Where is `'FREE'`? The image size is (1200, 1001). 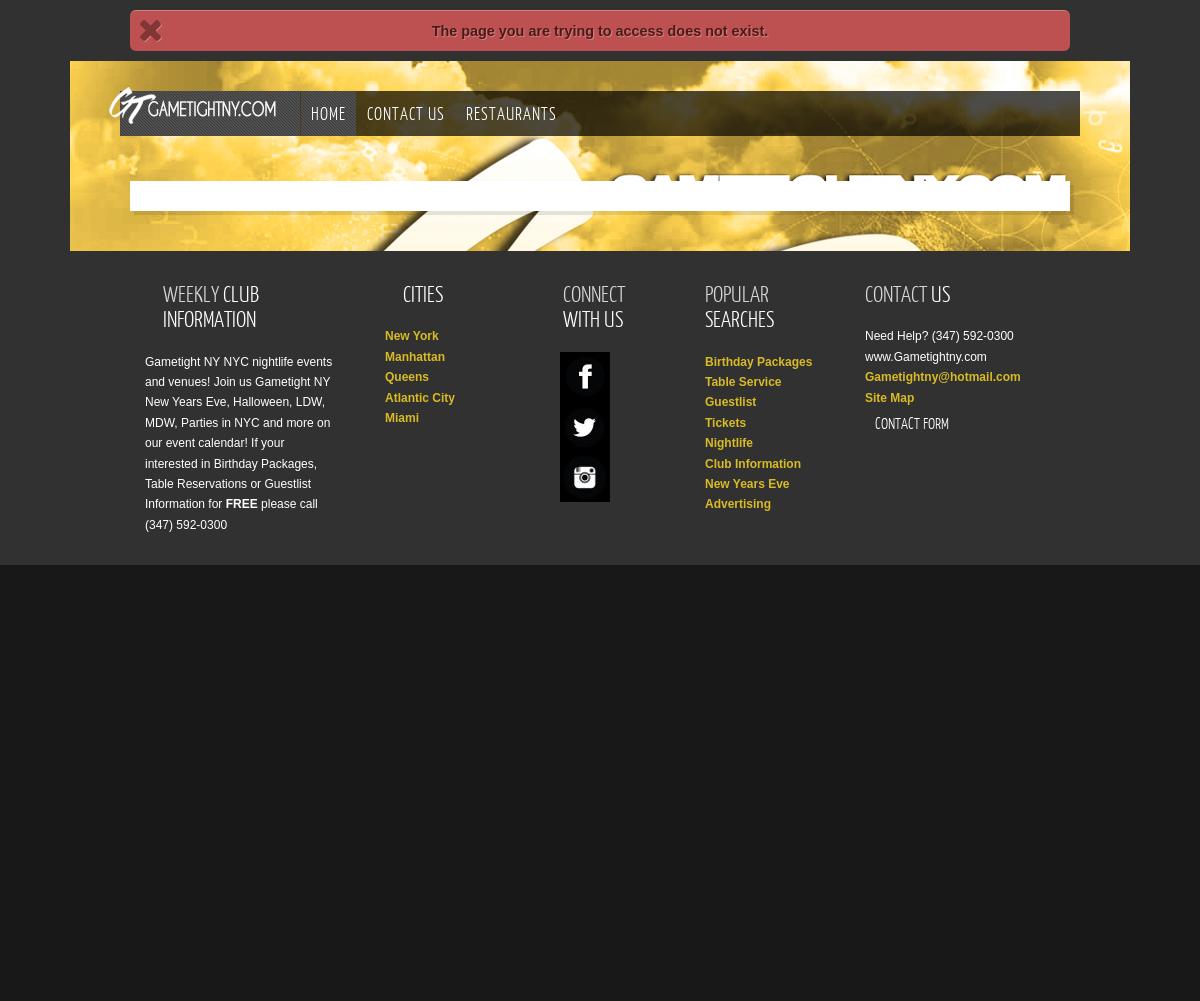 'FREE' is located at coordinates (224, 503).